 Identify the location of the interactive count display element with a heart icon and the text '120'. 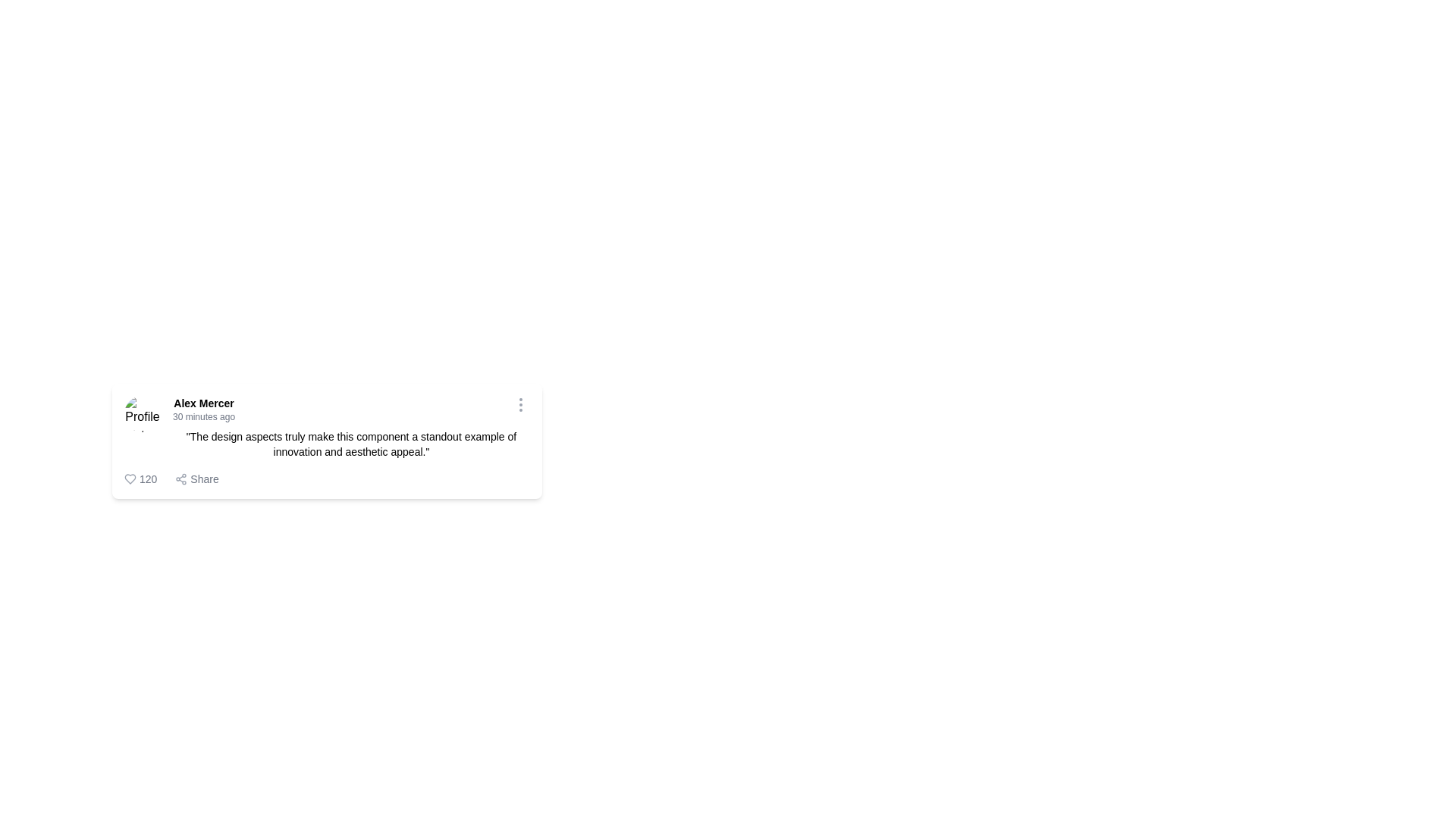
(140, 479).